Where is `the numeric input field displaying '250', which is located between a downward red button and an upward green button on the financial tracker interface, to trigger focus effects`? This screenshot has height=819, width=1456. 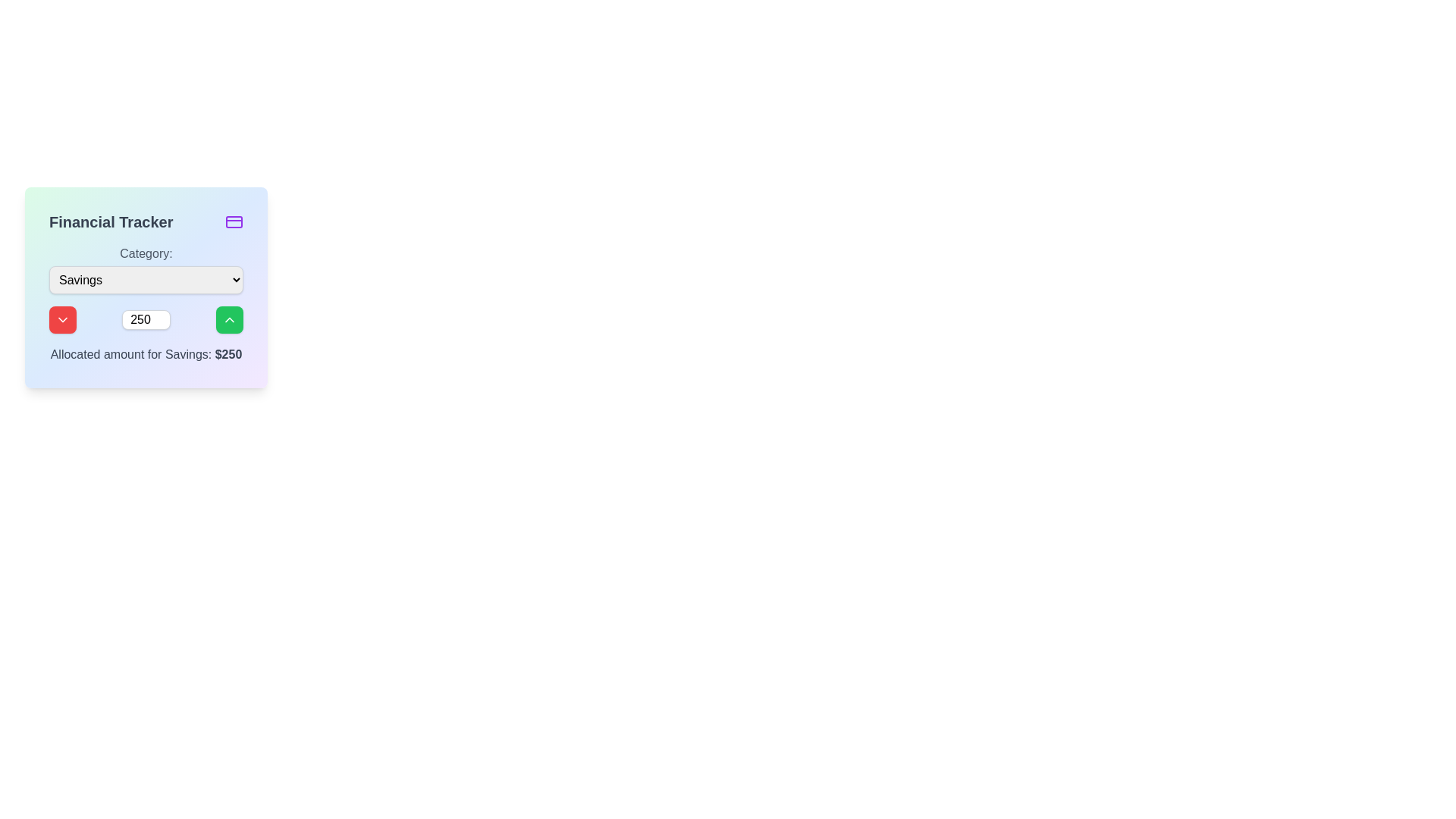
the numeric input field displaying '250', which is located between a downward red button and an upward green button on the financial tracker interface, to trigger focus effects is located at coordinates (146, 318).